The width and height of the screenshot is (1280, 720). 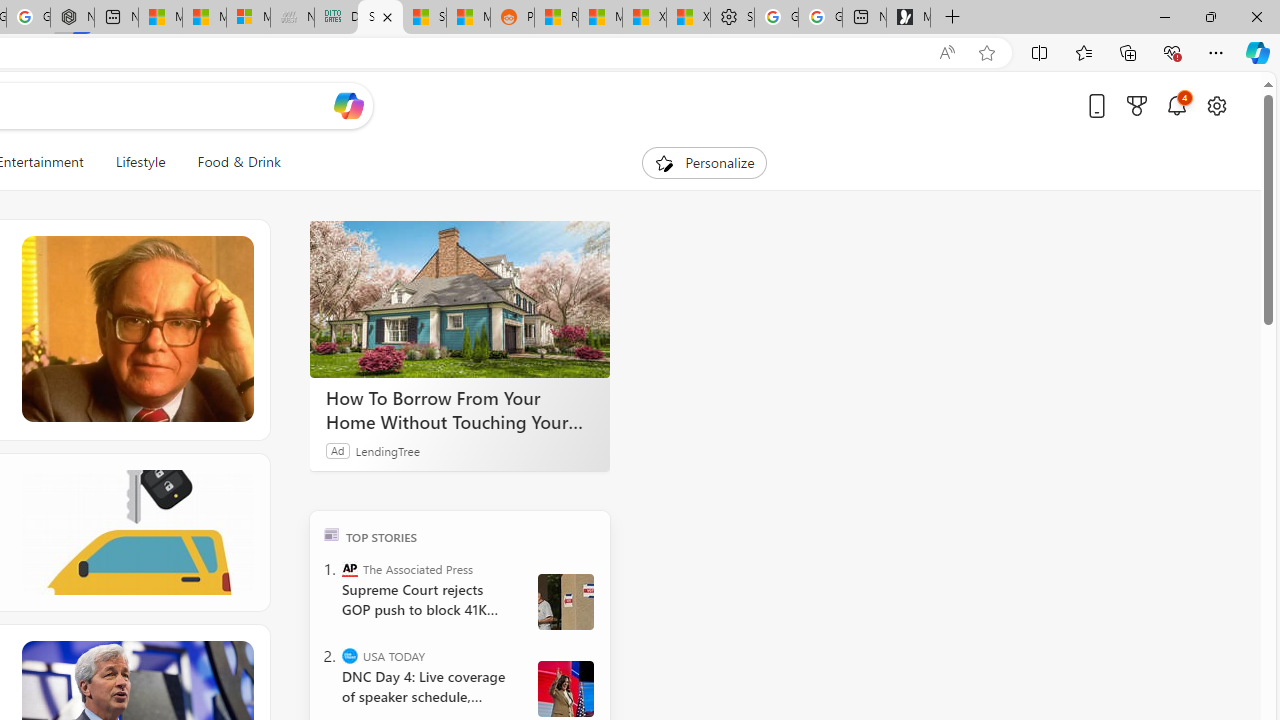 What do you see at coordinates (556, 17) in the screenshot?
I see `'R******* | Trusted Community Engagement and Contributions'` at bounding box center [556, 17].